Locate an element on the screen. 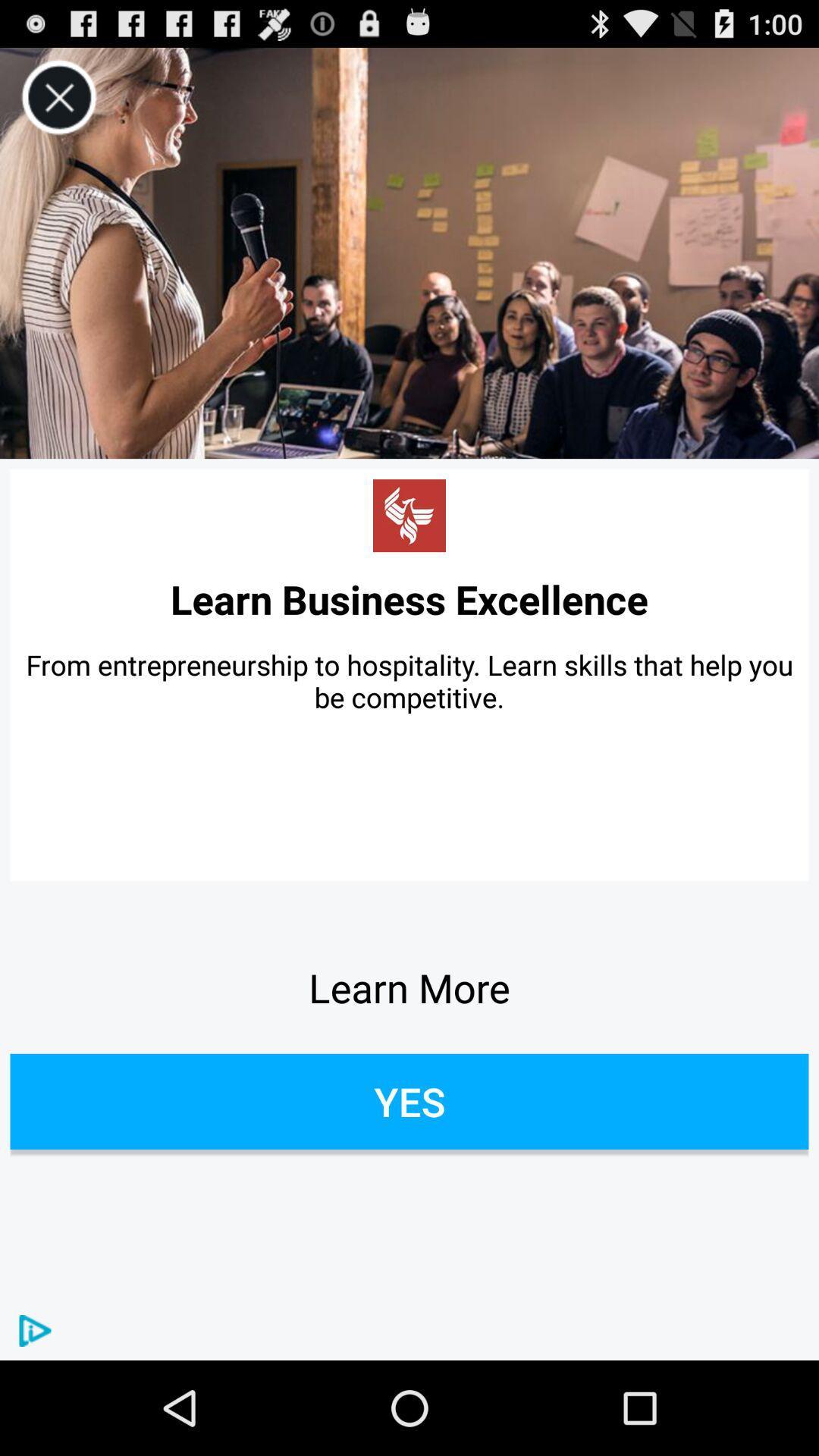 The image size is (819, 1456). the close icon is located at coordinates (58, 104).